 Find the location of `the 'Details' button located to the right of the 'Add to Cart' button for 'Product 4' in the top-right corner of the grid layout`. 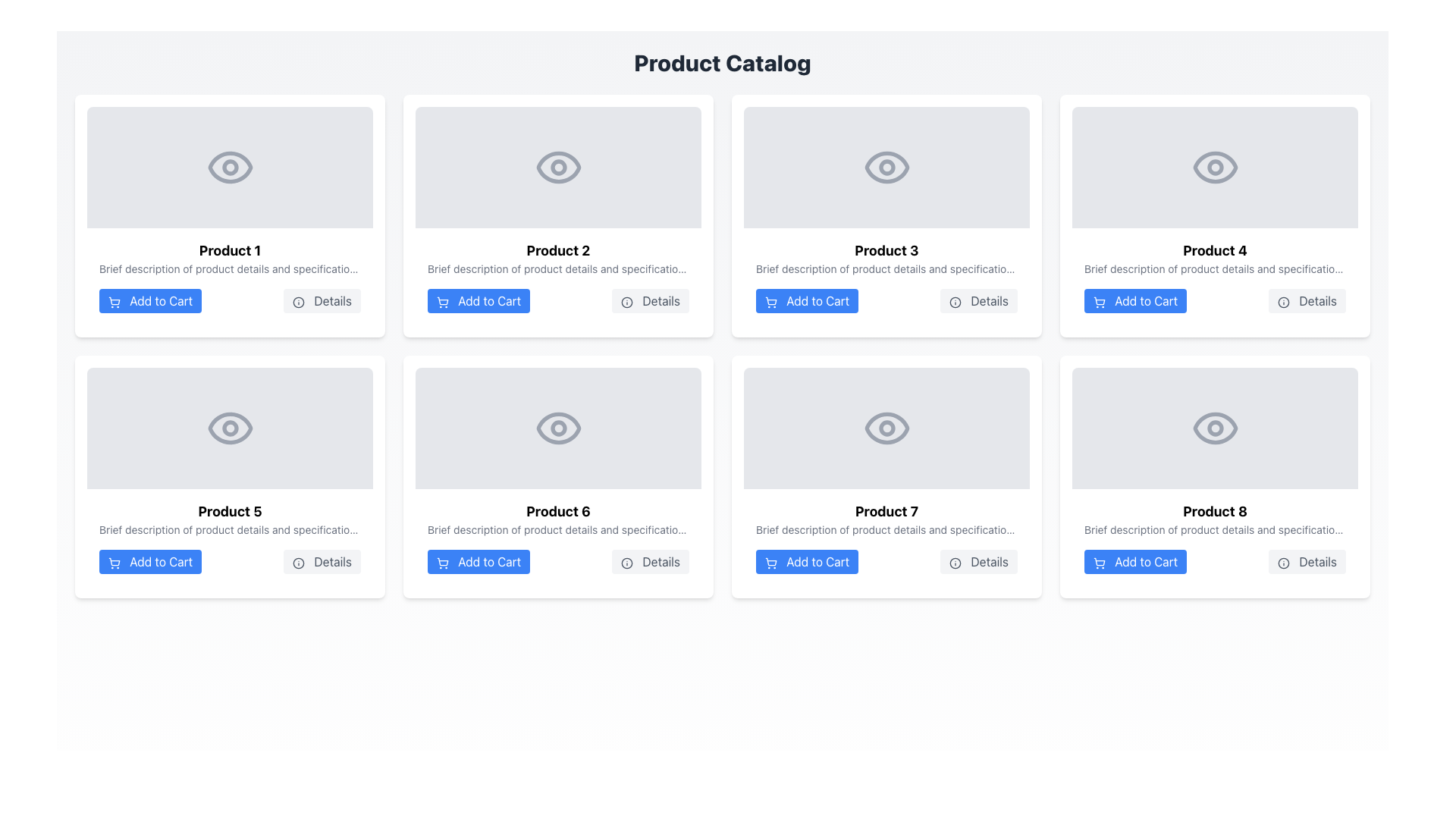

the 'Details' button located to the right of the 'Add to Cart' button for 'Product 4' in the top-right corner of the grid layout is located at coordinates (1307, 301).